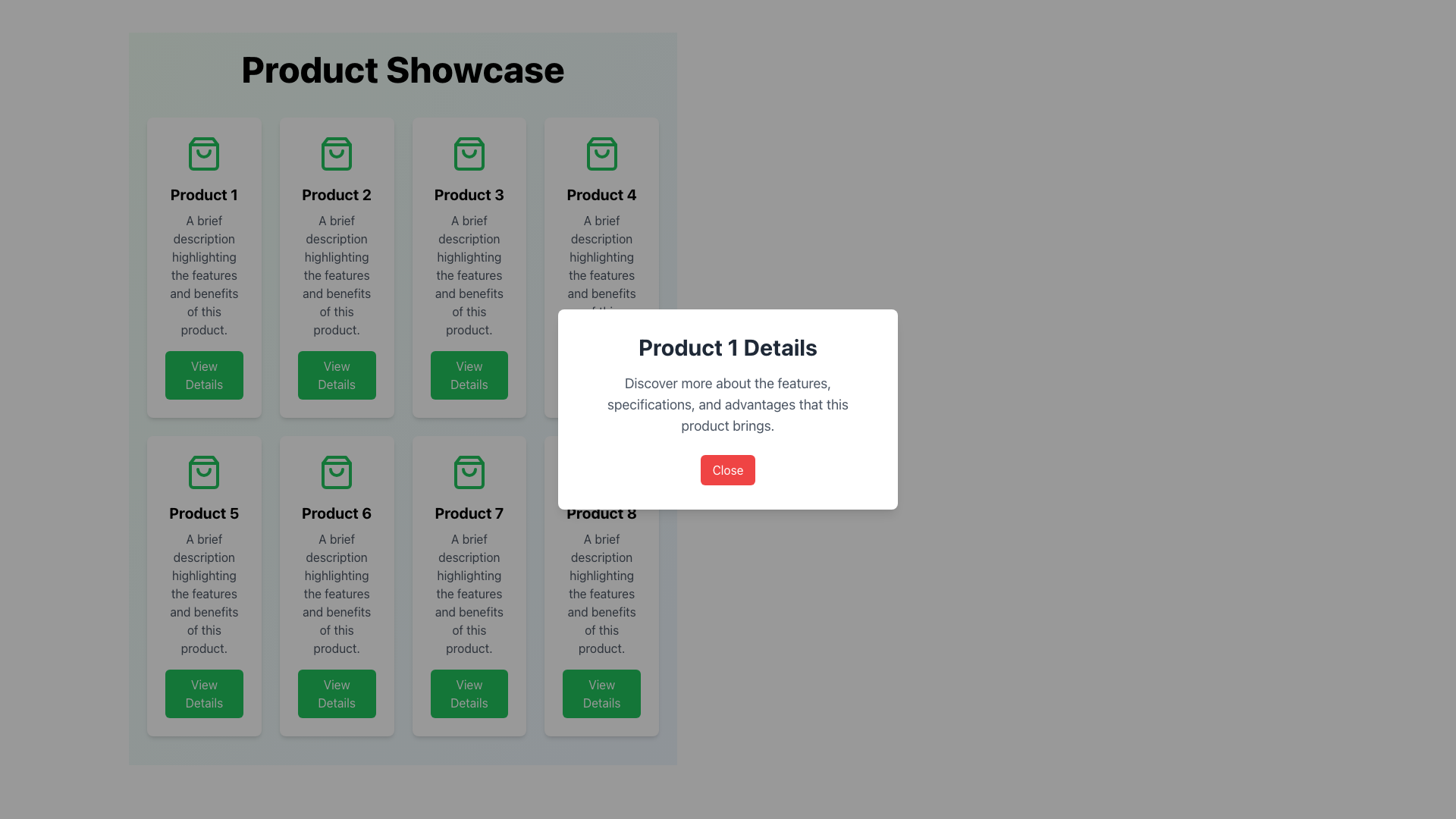 The height and width of the screenshot is (819, 1456). What do you see at coordinates (336, 375) in the screenshot?
I see `the button located at the bottom of the 'Product 2' card to change its hover state` at bounding box center [336, 375].